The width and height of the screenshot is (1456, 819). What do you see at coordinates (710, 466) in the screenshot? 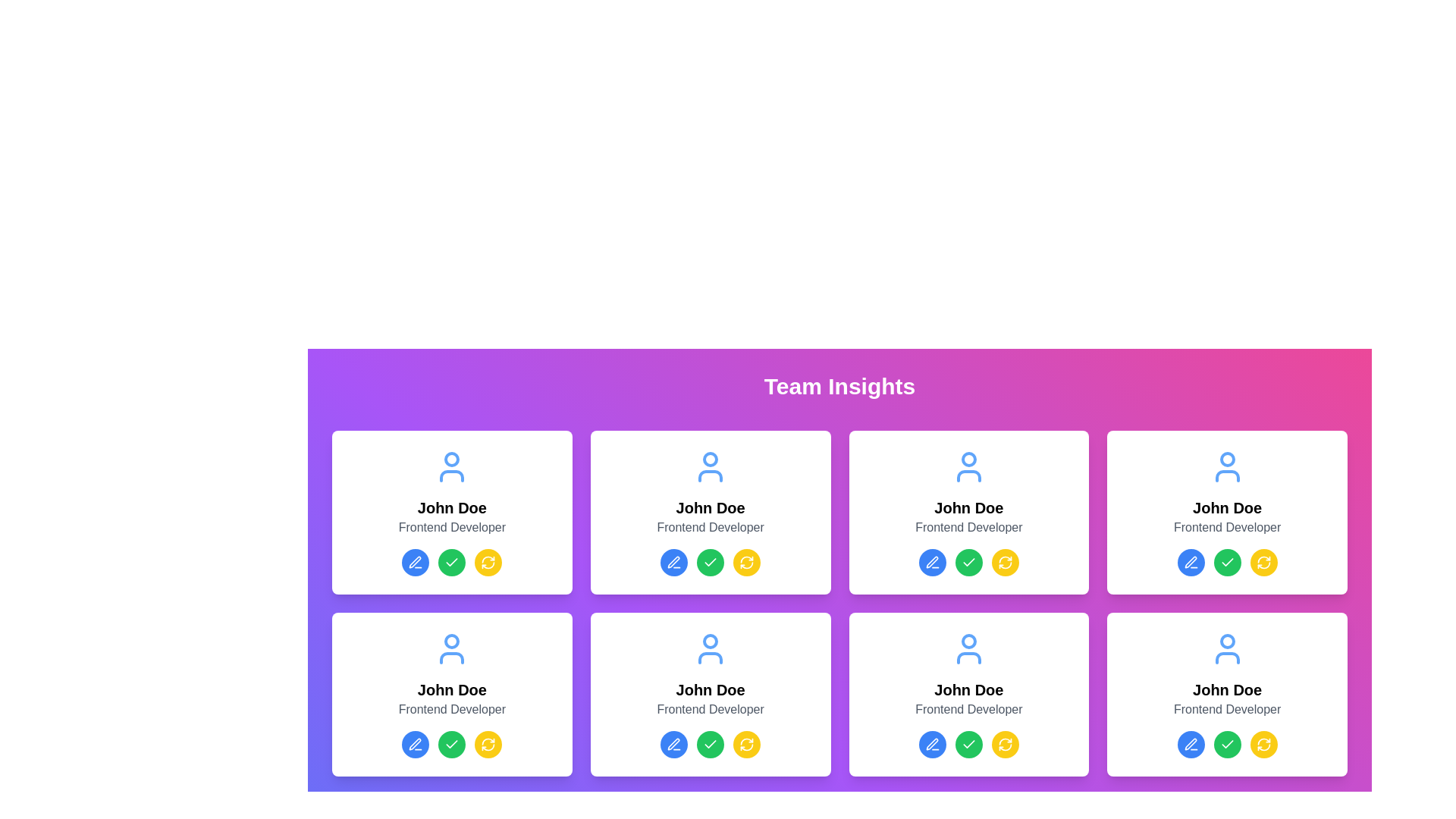
I see `the user profile icon located at the top middle card of the grid layout, positioned above the text 'John Doe' and 'Frontend Developer'` at bounding box center [710, 466].